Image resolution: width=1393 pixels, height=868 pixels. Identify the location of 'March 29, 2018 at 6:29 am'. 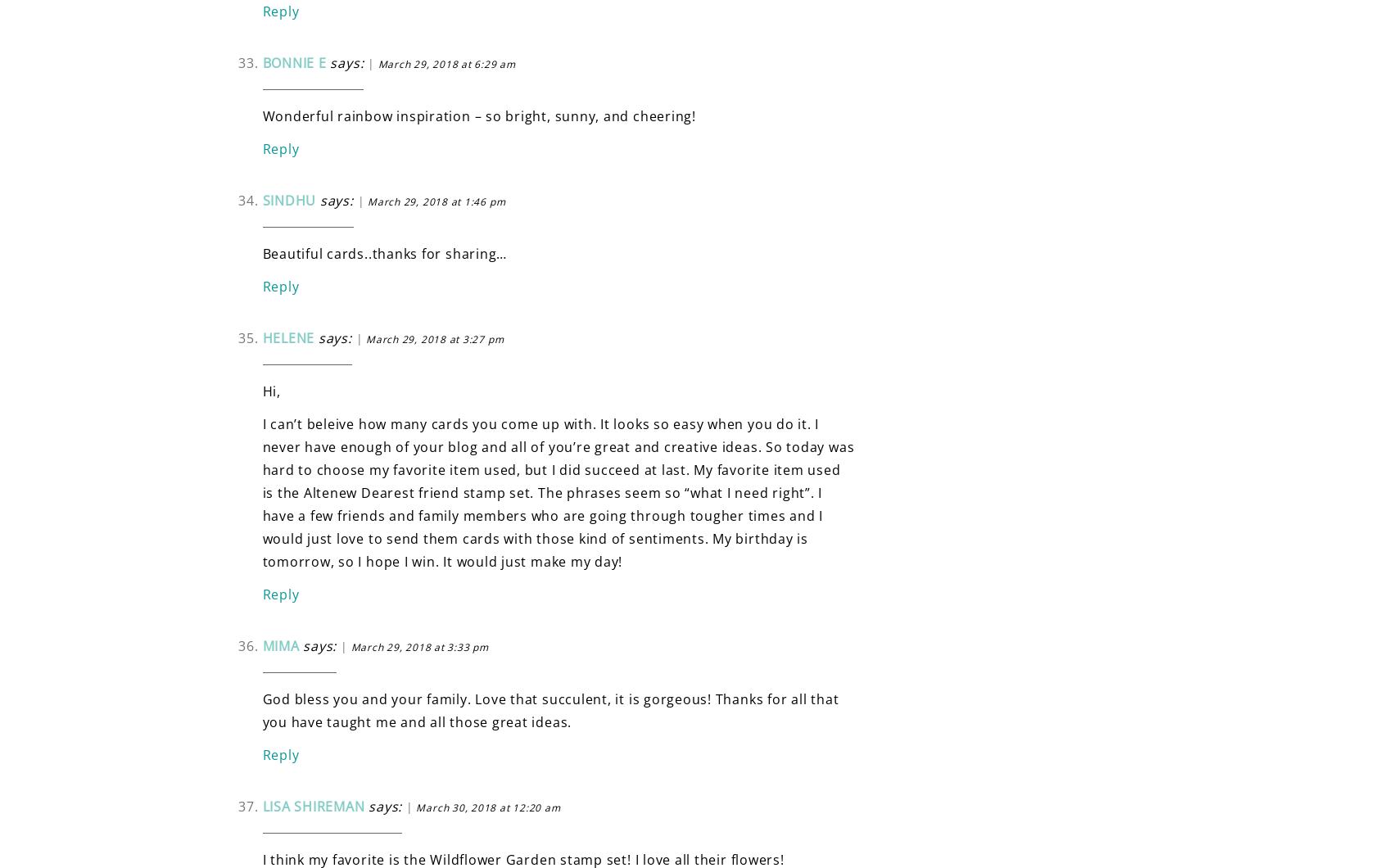
(376, 63).